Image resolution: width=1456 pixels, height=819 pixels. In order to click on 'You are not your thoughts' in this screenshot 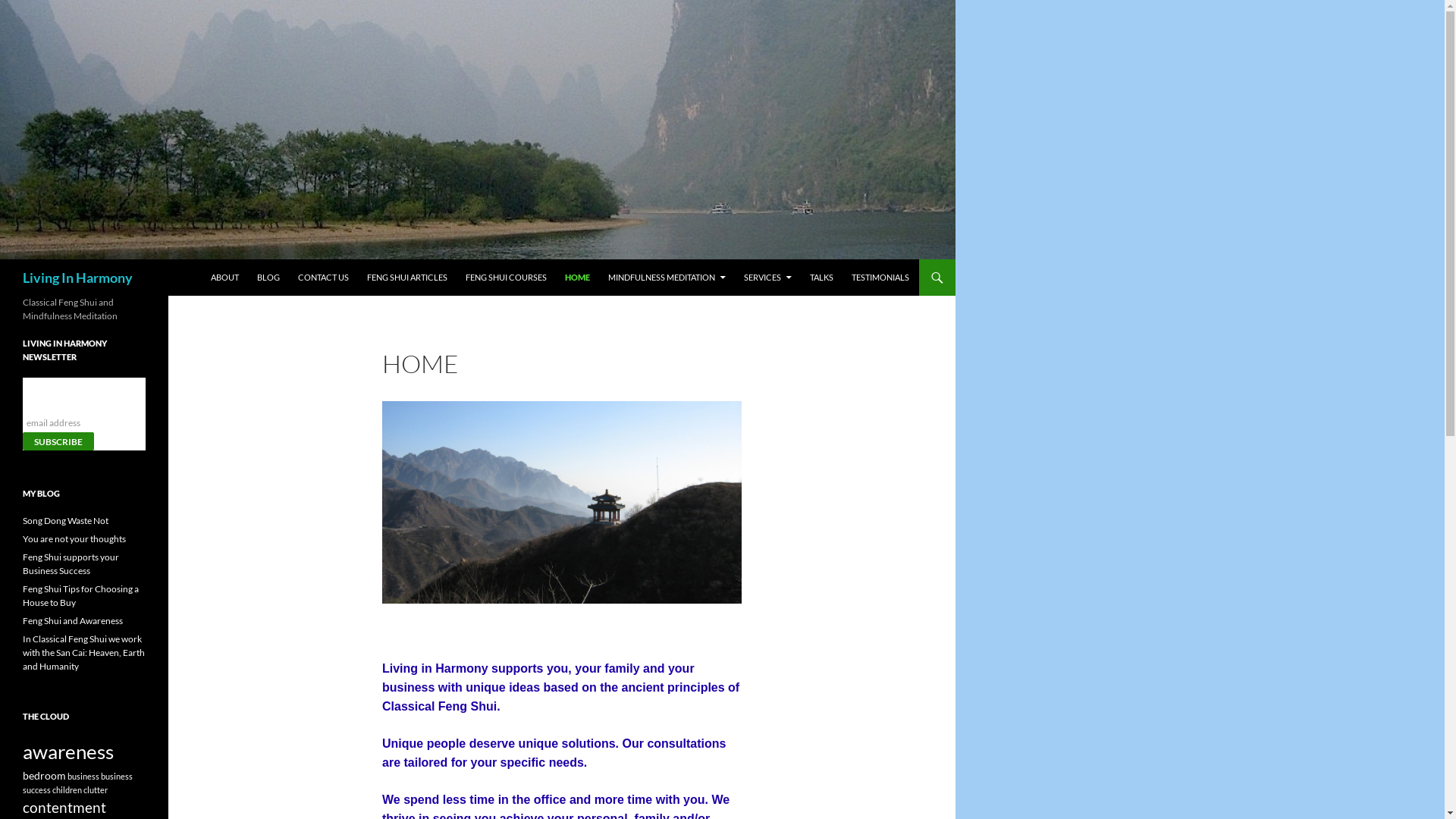, I will do `click(73, 538)`.